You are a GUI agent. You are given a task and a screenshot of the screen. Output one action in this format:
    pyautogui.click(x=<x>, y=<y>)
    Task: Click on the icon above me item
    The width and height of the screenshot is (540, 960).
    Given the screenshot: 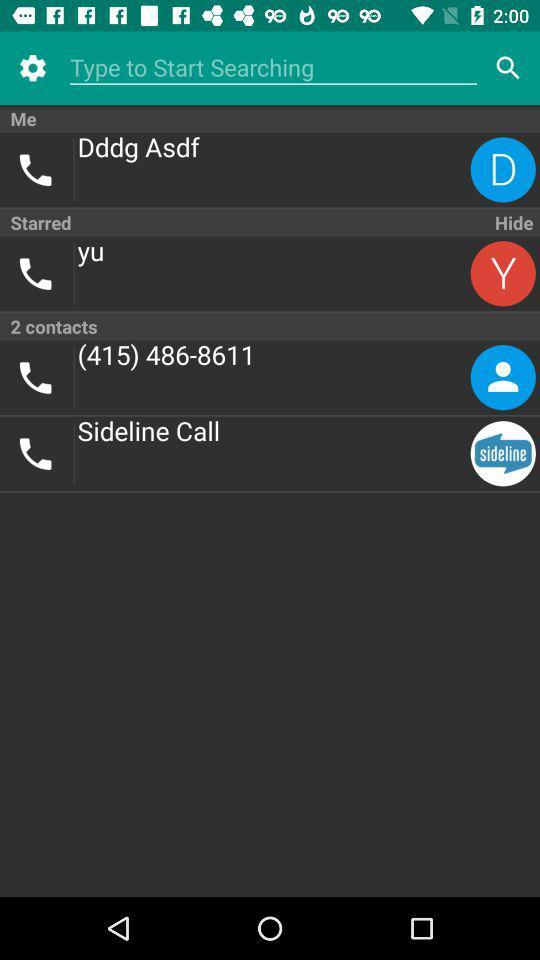 What is the action you would take?
    pyautogui.click(x=31, y=68)
    